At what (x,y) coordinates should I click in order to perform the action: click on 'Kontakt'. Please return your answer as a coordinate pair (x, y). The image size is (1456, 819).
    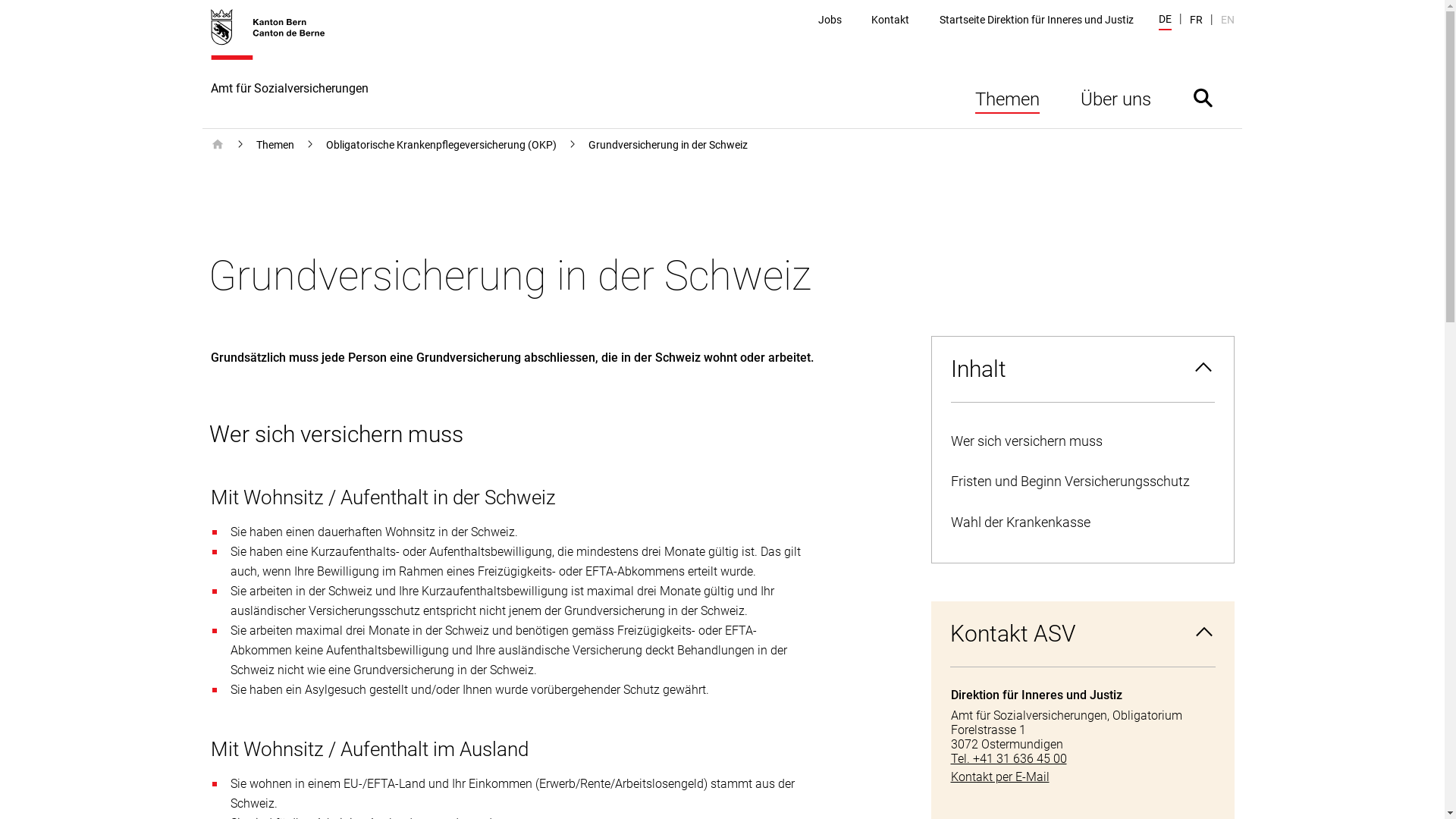
    Looking at the image, I should click on (890, 20).